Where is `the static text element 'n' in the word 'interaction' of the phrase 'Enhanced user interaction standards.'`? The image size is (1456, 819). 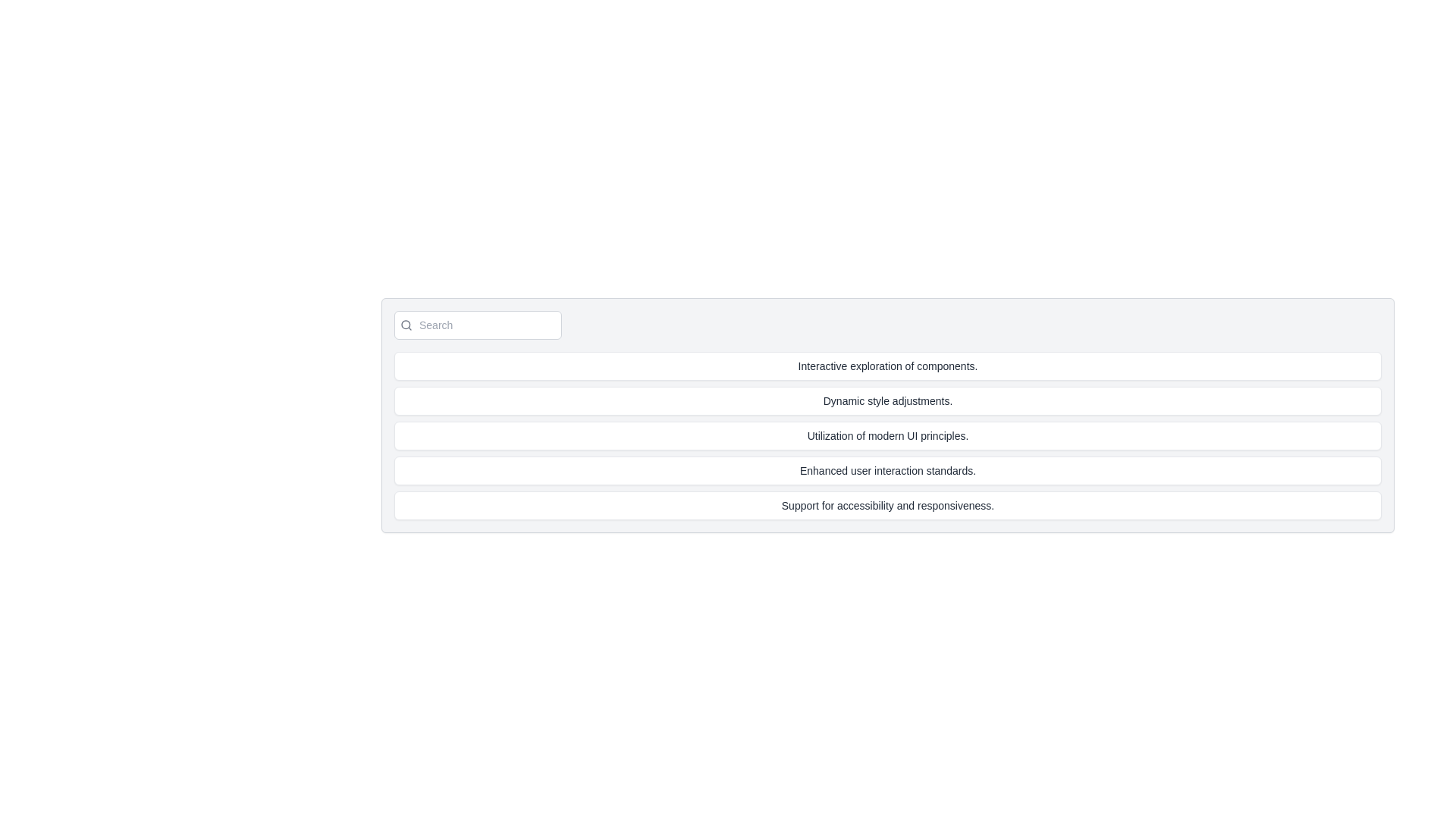
the static text element 'n' in the word 'interaction' of the phrase 'Enhanced user interaction standards.' is located at coordinates (919, 470).